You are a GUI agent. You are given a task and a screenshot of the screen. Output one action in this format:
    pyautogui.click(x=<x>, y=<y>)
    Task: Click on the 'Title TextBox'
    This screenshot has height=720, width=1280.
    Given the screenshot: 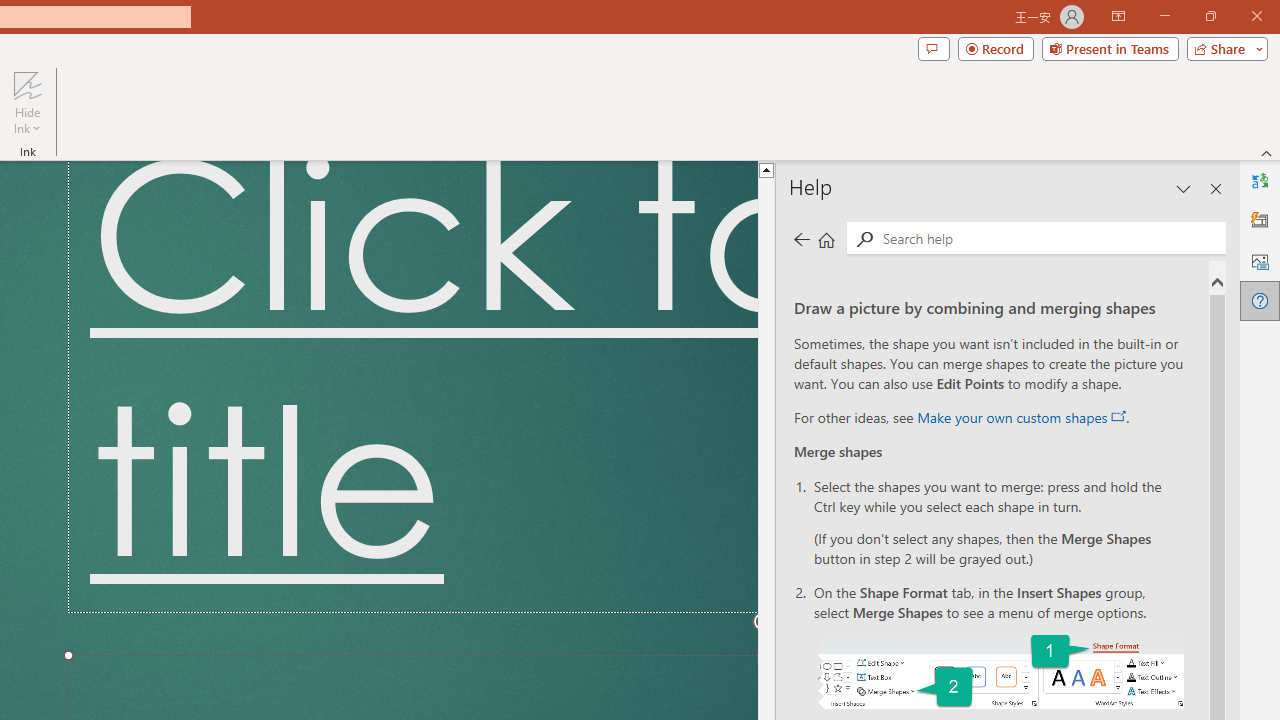 What is the action you would take?
    pyautogui.click(x=411, y=387)
    